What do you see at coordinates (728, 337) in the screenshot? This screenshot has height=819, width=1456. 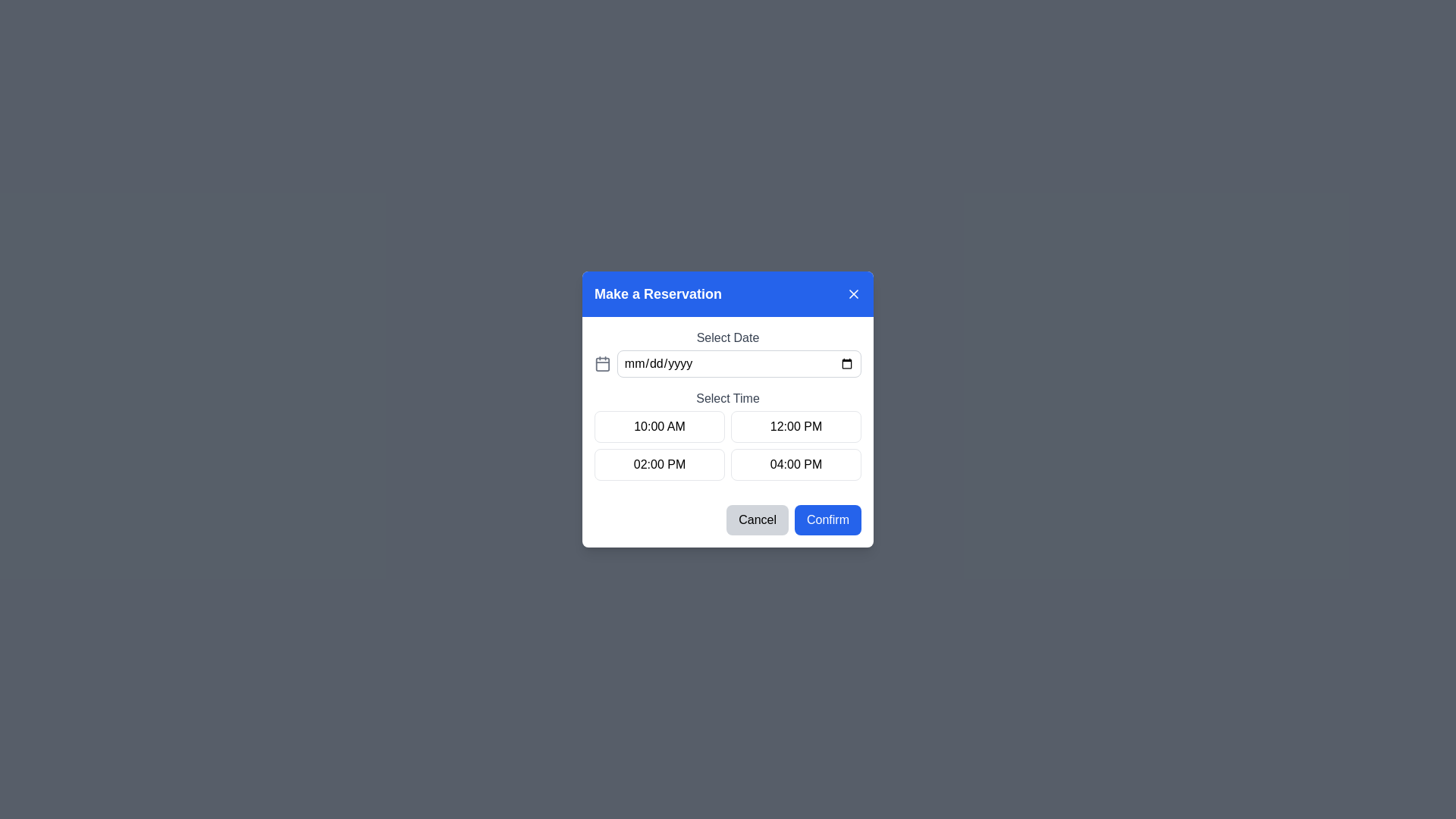 I see `the 'Select Date' text label, which is a medium-sized gray text element positioned inside the 'Make a Reservation' modal dialog, located at the top center above the date input field` at bounding box center [728, 337].